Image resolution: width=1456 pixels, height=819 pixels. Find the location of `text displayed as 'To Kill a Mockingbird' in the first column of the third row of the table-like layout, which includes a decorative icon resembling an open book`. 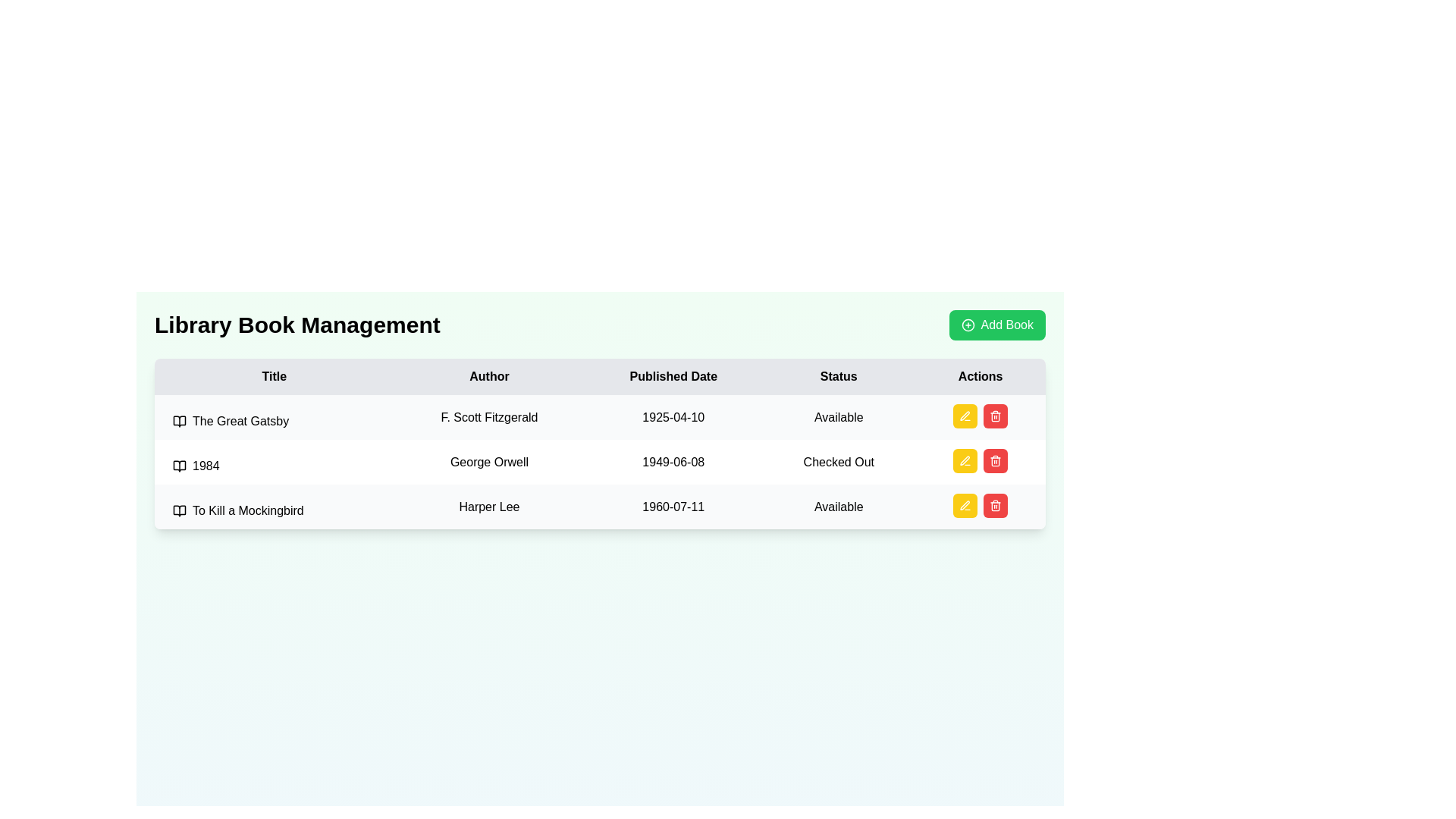

text displayed as 'To Kill a Mockingbird' in the first column of the third row of the table-like layout, which includes a decorative icon resembling an open book is located at coordinates (274, 511).